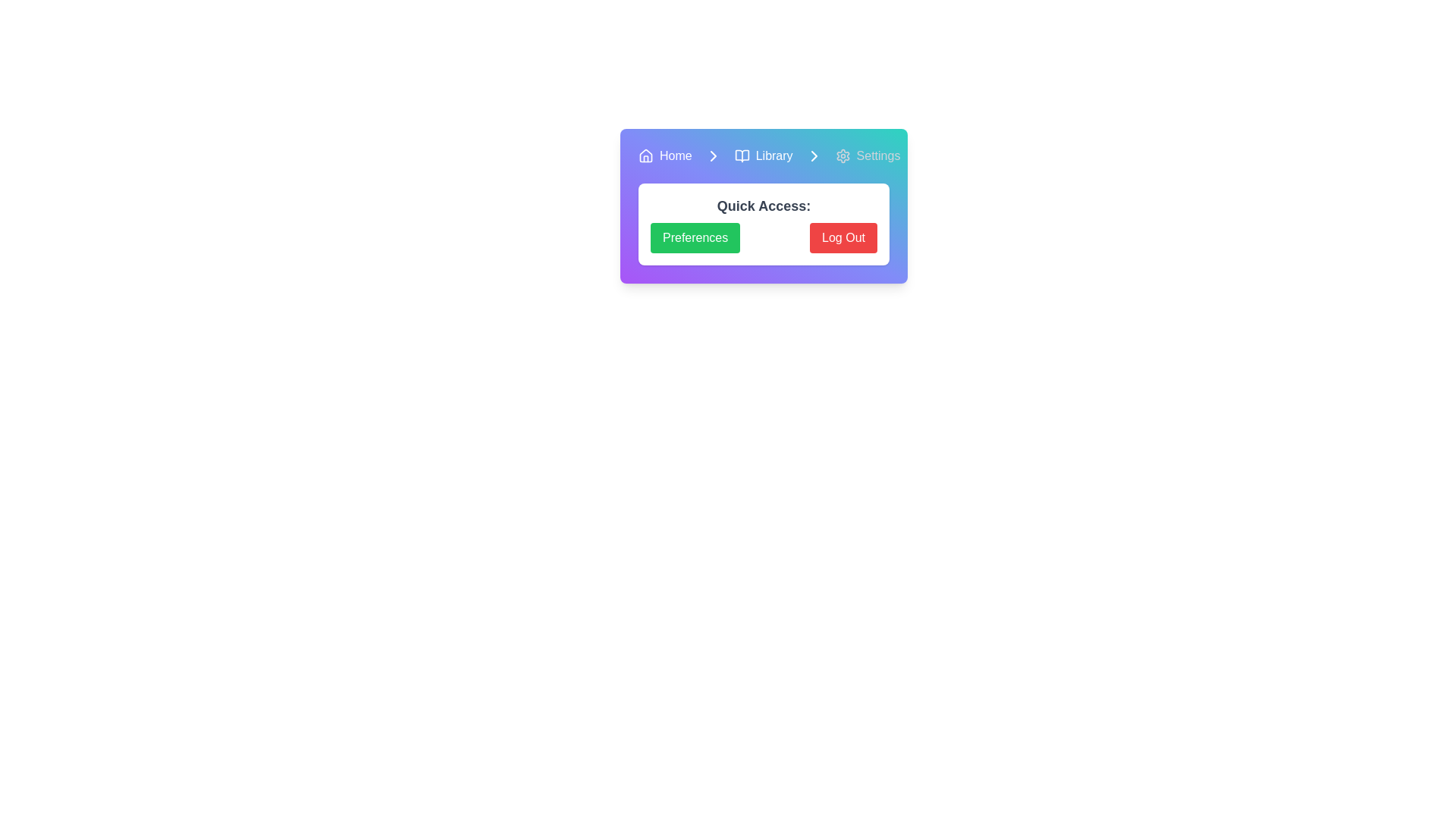 Image resolution: width=1456 pixels, height=819 pixels. Describe the element at coordinates (842, 155) in the screenshot. I see `the gear icon located in the top-right section of the interface` at that location.